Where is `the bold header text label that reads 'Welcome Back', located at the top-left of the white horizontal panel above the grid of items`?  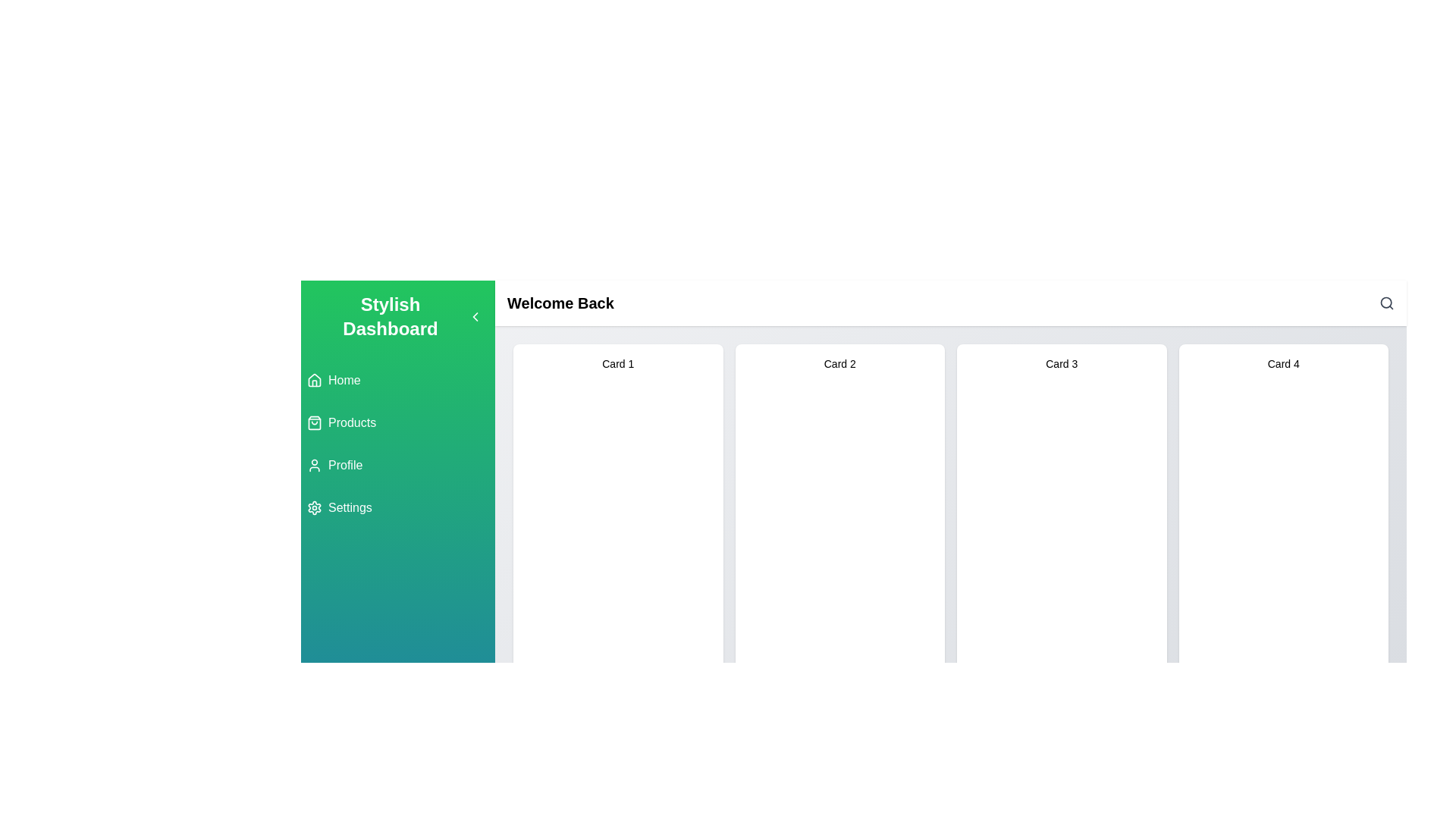 the bold header text label that reads 'Welcome Back', located at the top-left of the white horizontal panel above the grid of items is located at coordinates (560, 303).